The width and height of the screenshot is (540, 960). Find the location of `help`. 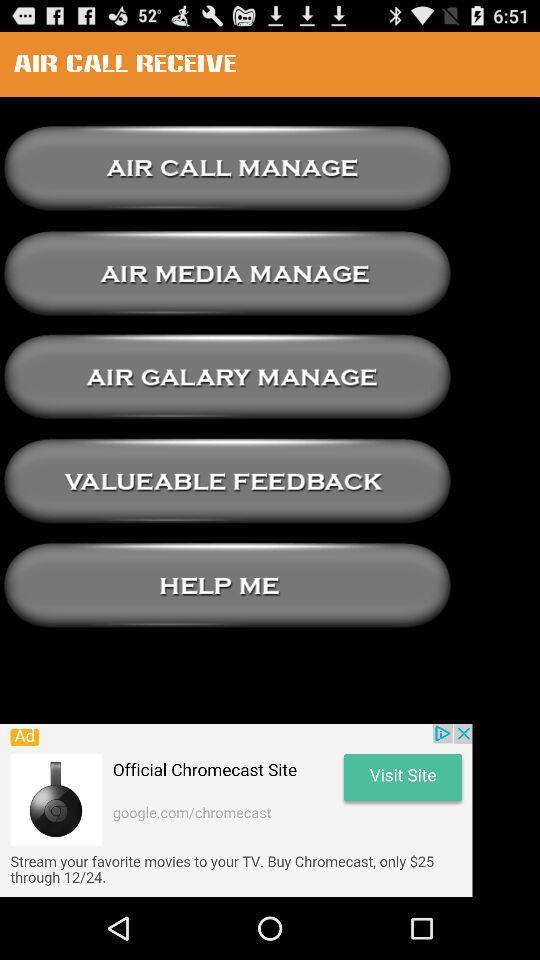

help is located at coordinates (226, 585).